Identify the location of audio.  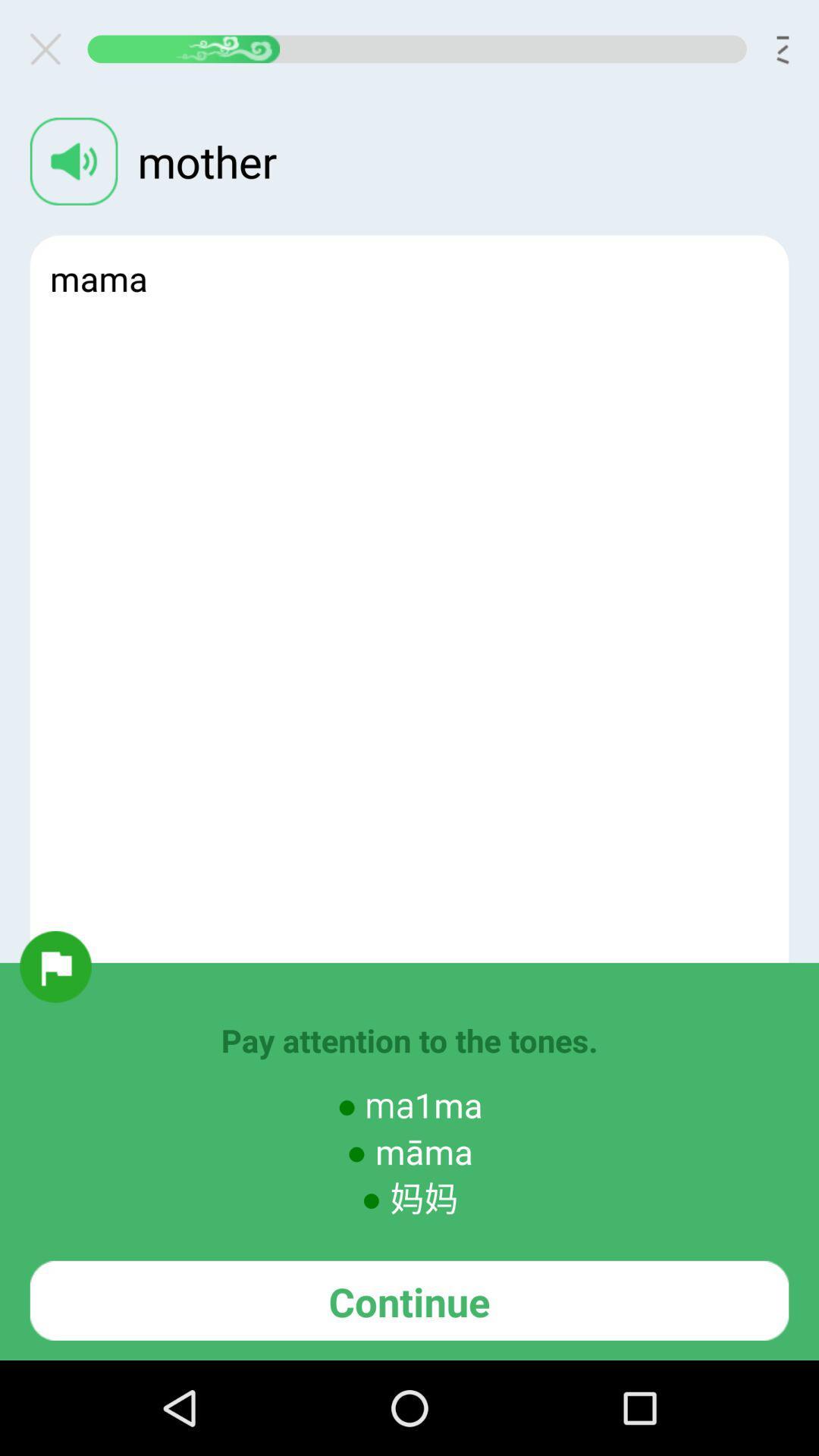
(74, 161).